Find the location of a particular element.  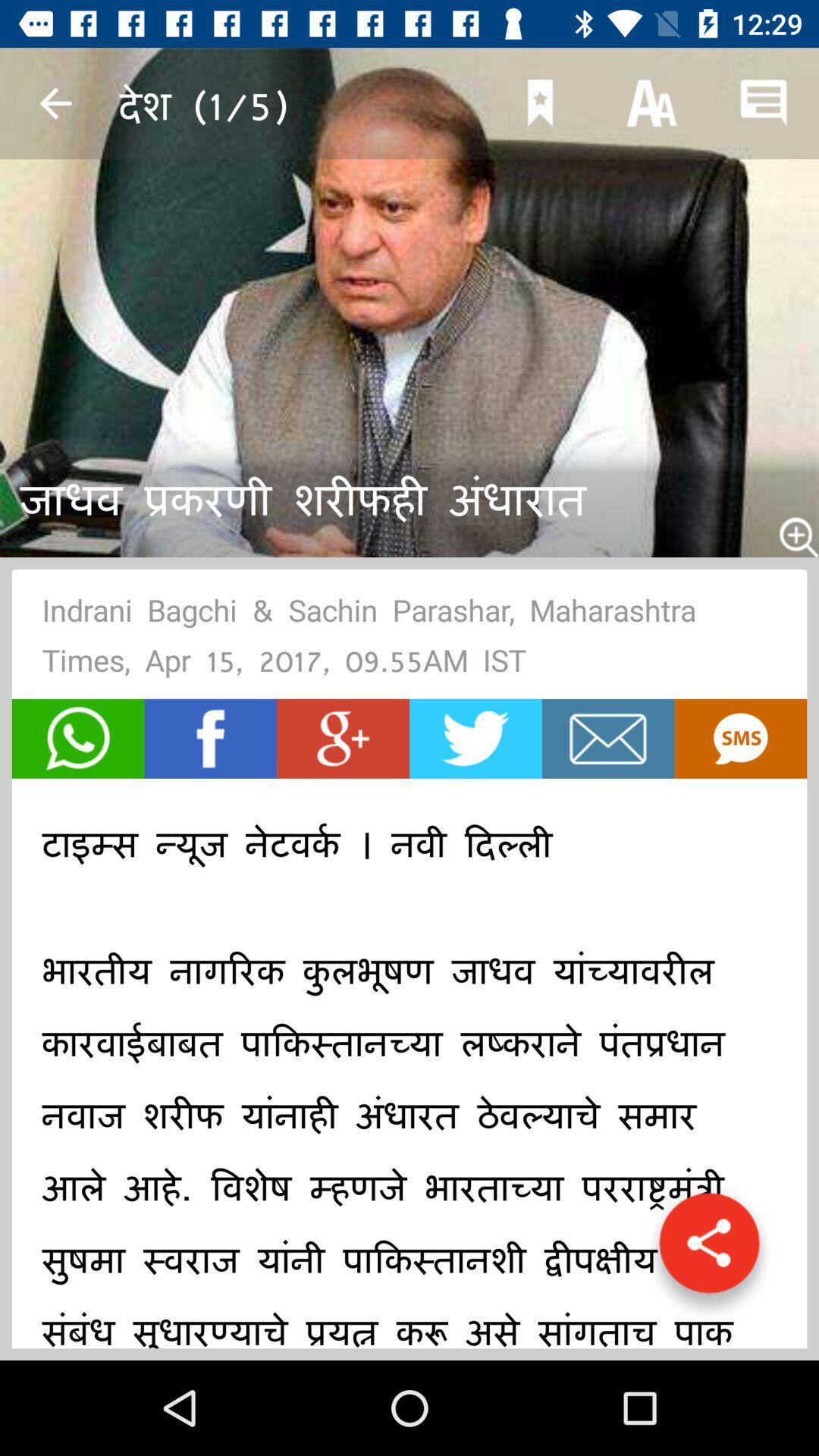

the item at the bottom right corner is located at coordinates (709, 1250).